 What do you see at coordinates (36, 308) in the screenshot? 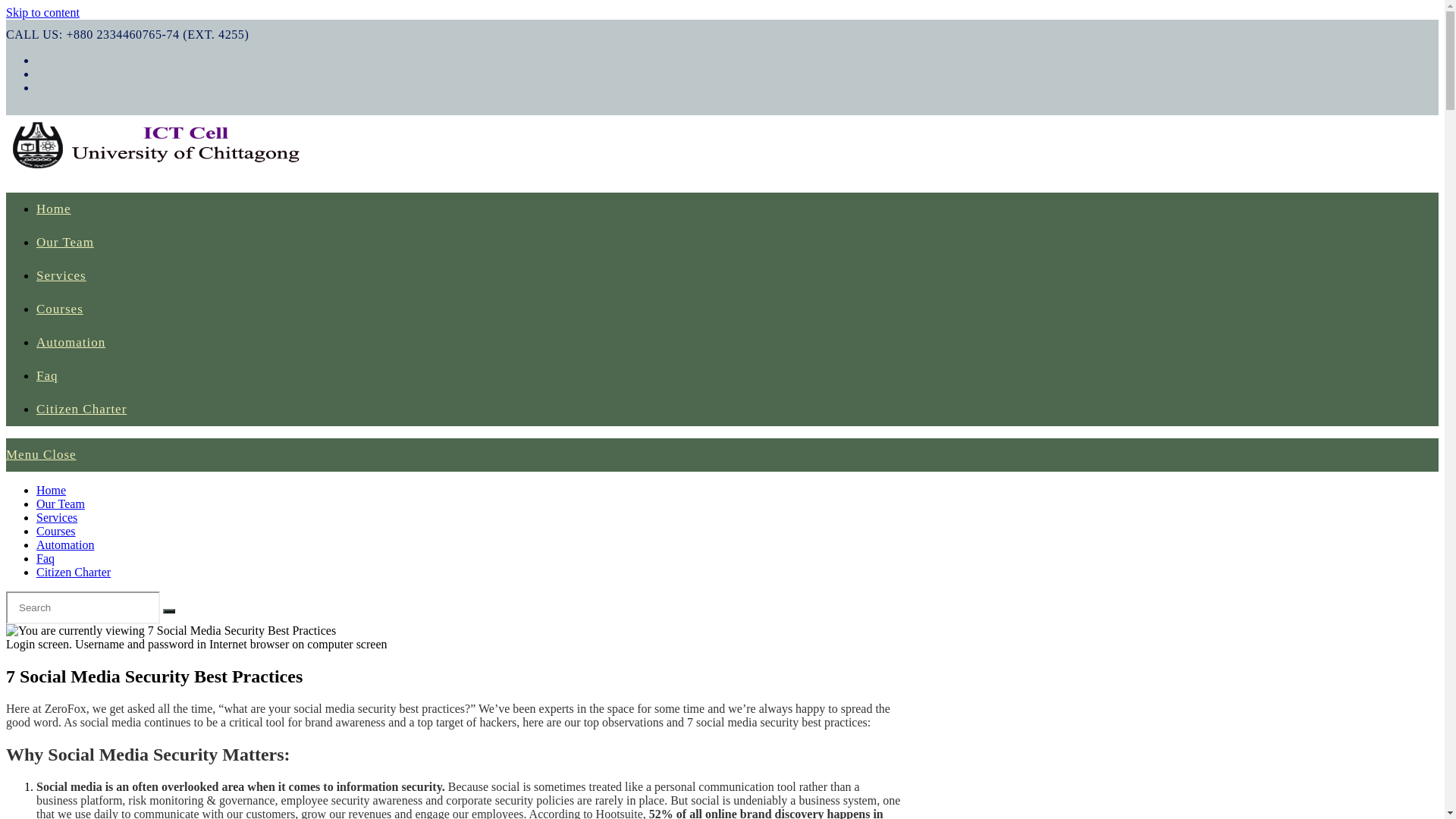
I see `'Courses'` at bounding box center [36, 308].